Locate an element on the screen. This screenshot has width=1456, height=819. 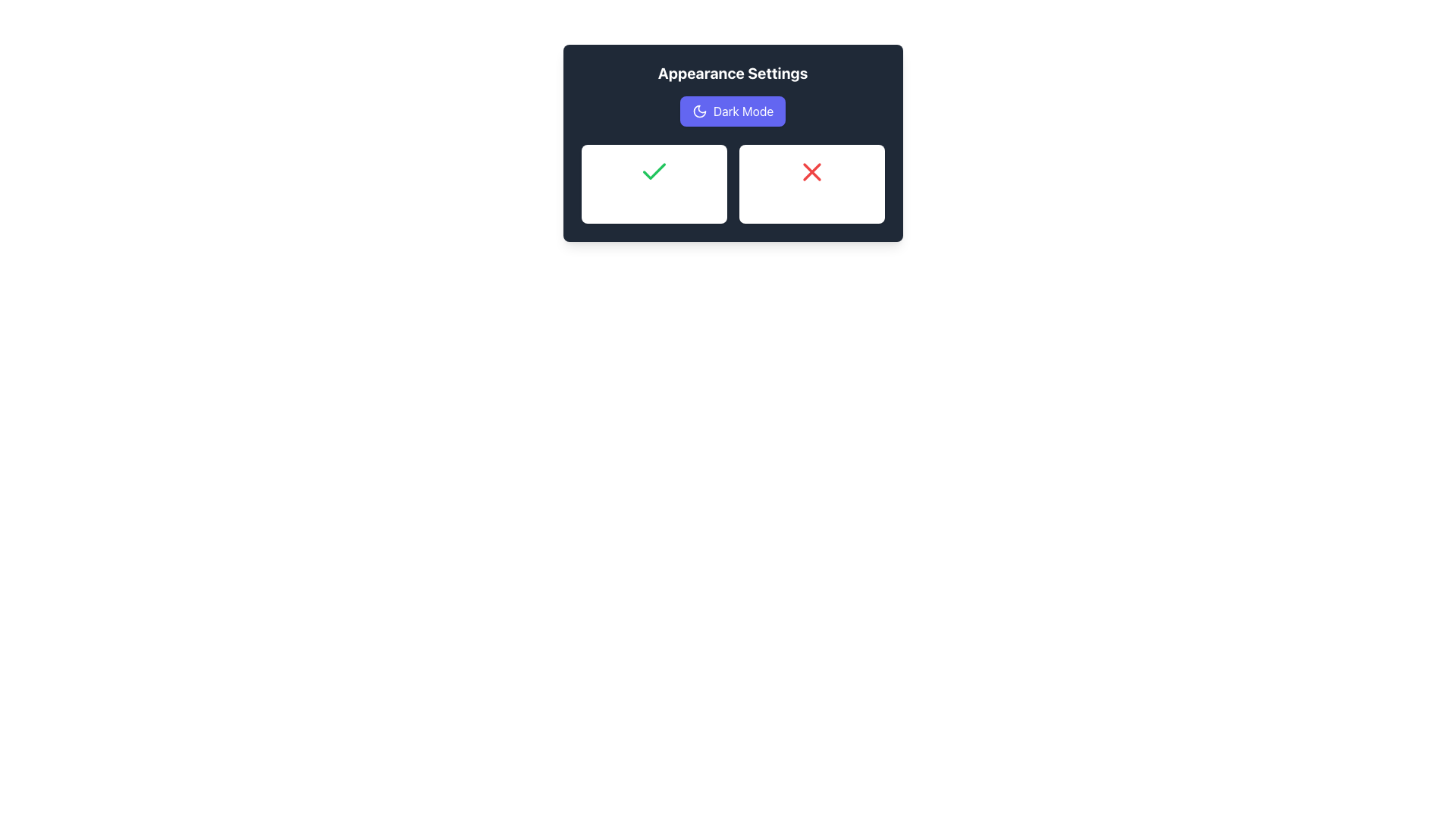
the Text label that serves as a header or title for the dark mode settings and options is located at coordinates (733, 73).